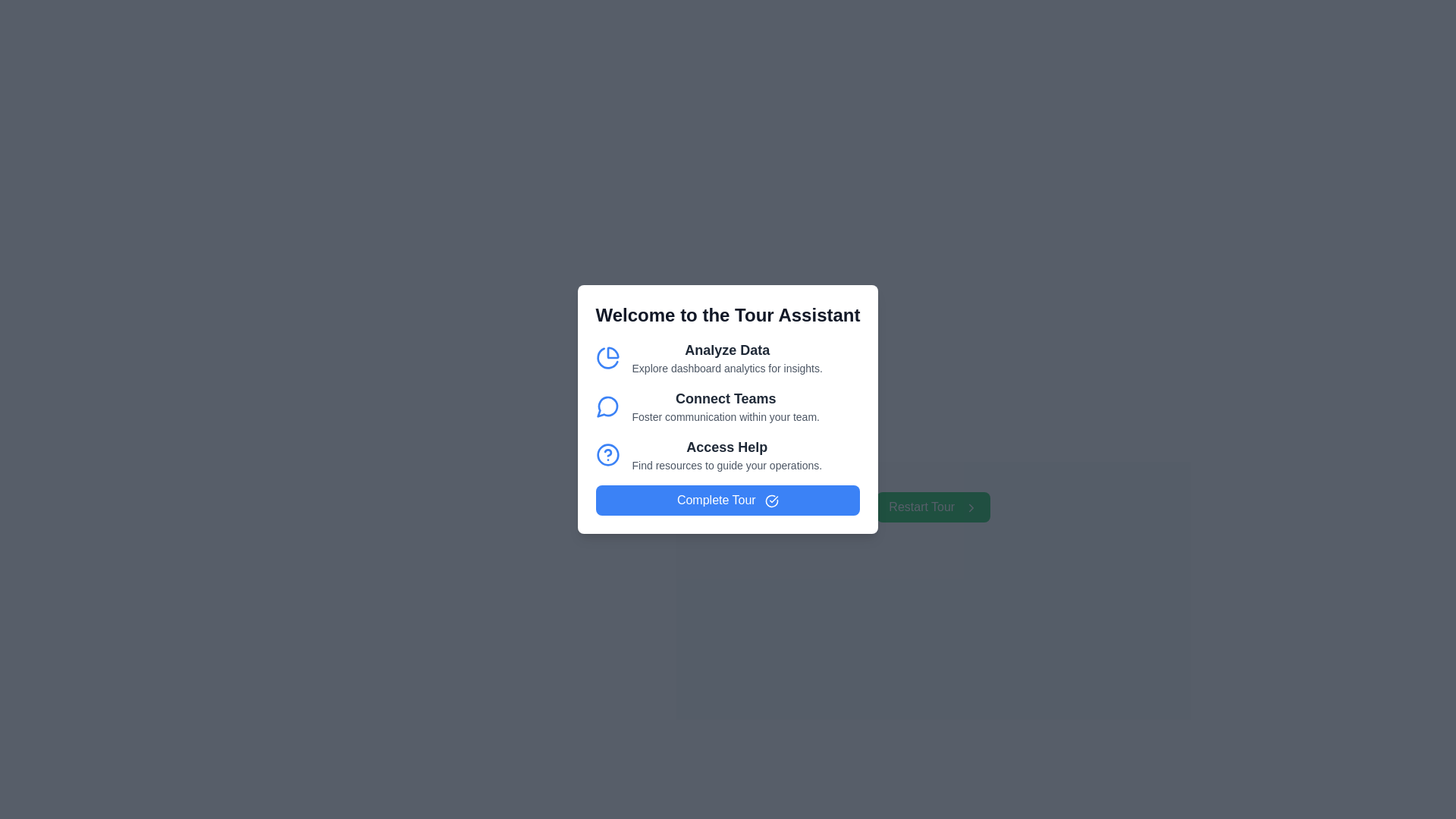  Describe the element at coordinates (726, 369) in the screenshot. I see `the descriptive text element that provides context to the 'Analyze Data' heading within the 'Welcome to the Tour Assistant' modal` at that location.